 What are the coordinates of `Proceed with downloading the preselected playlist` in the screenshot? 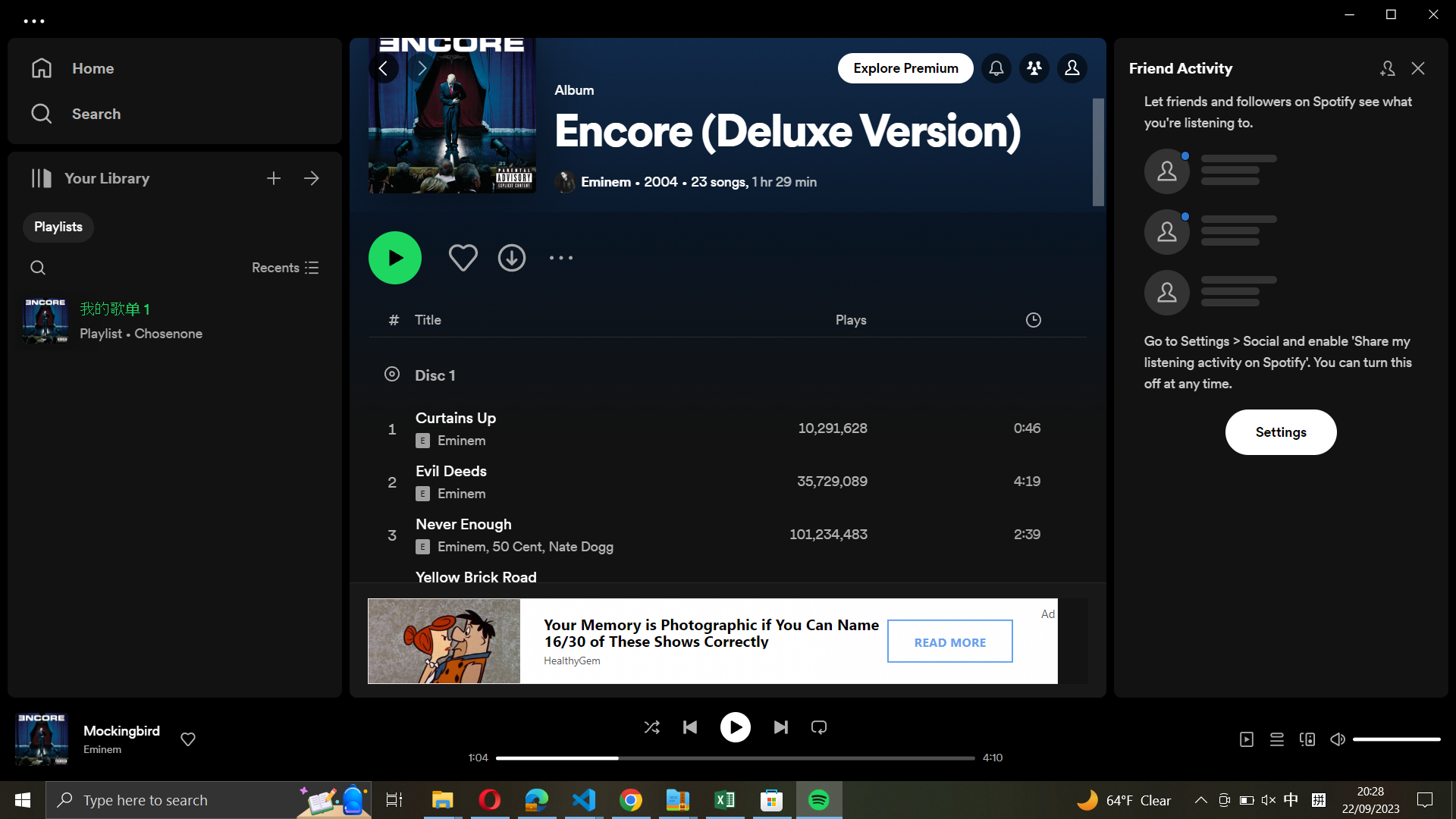 It's located at (513, 255).